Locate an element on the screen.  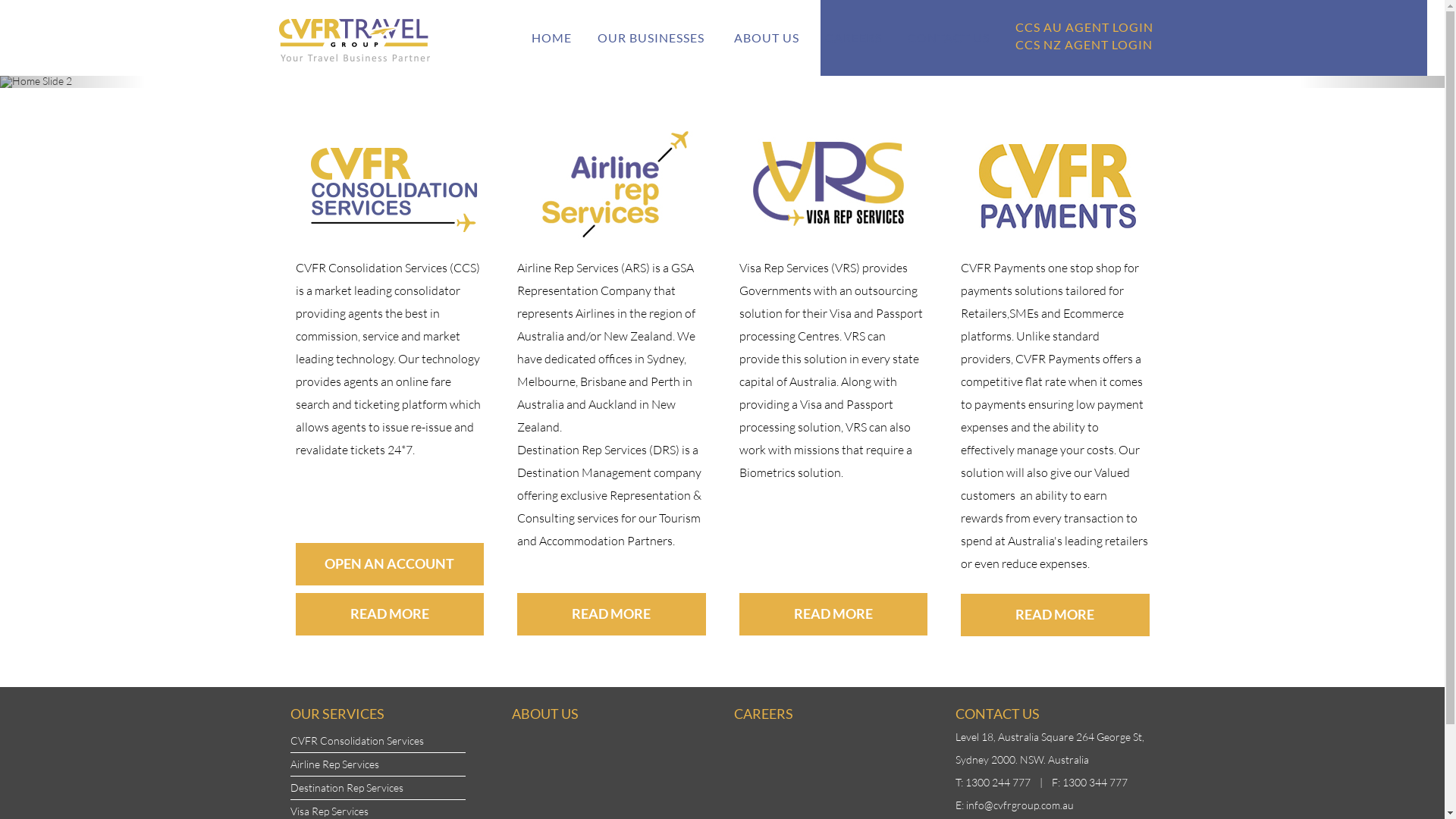
'Airline Rep Services' is located at coordinates (290, 764).